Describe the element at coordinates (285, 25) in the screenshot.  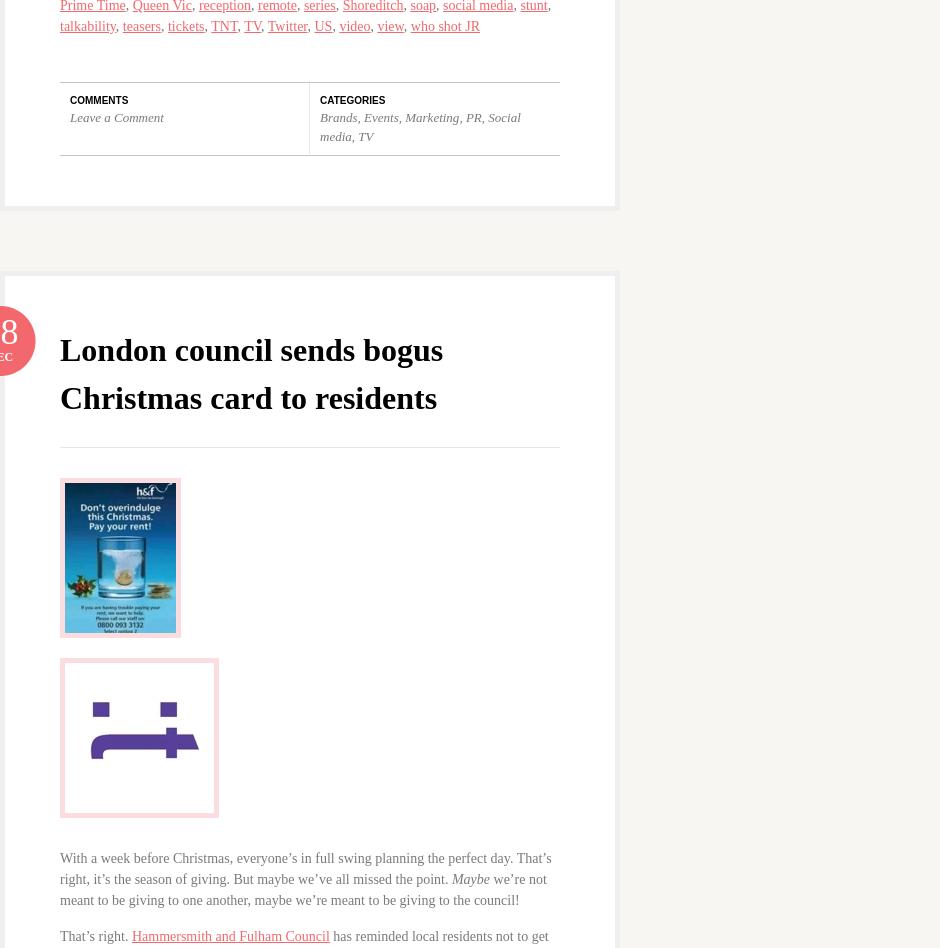
I see `'Twitter'` at that location.